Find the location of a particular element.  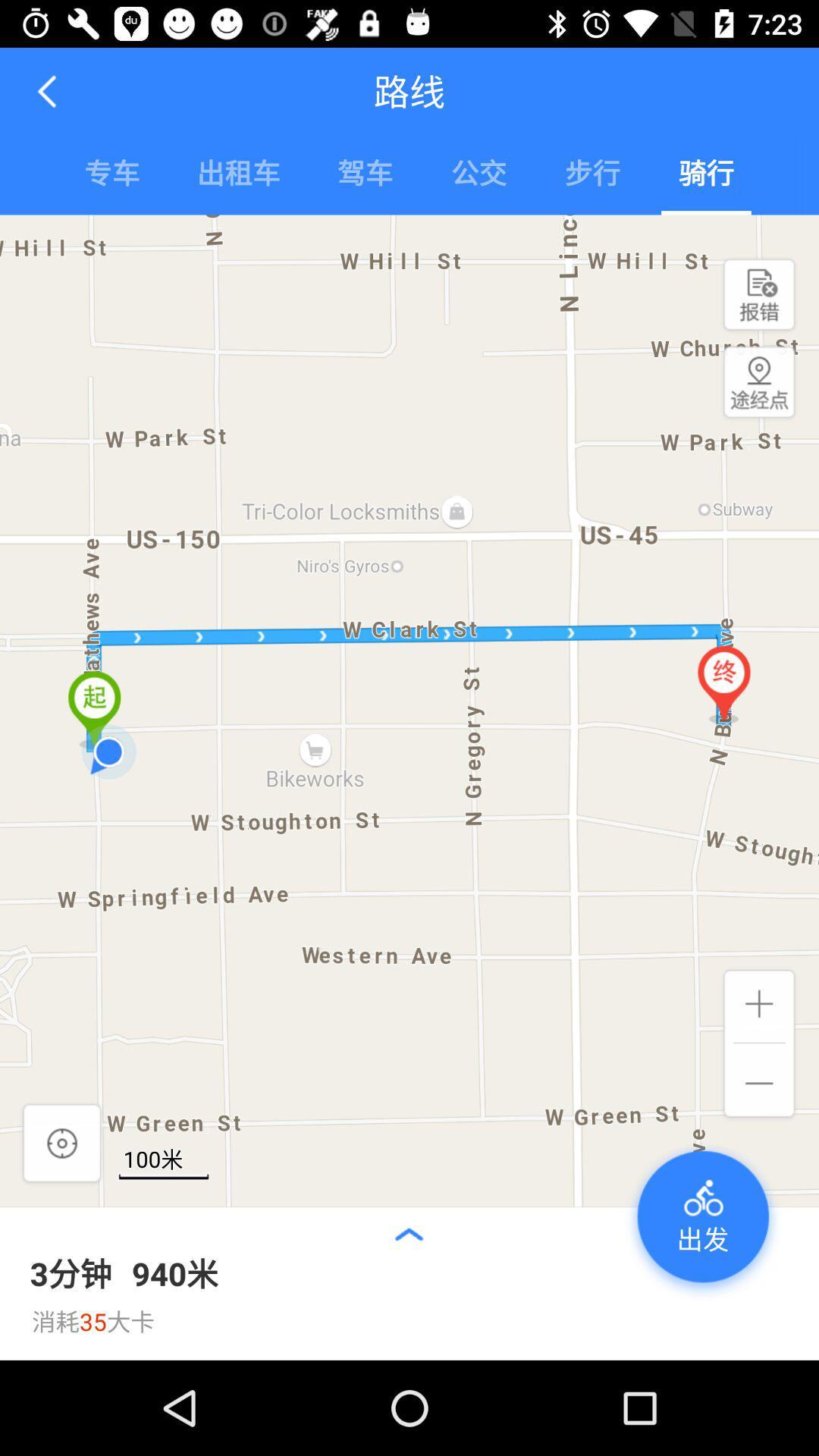

the expand_less icon is located at coordinates (408, 1234).